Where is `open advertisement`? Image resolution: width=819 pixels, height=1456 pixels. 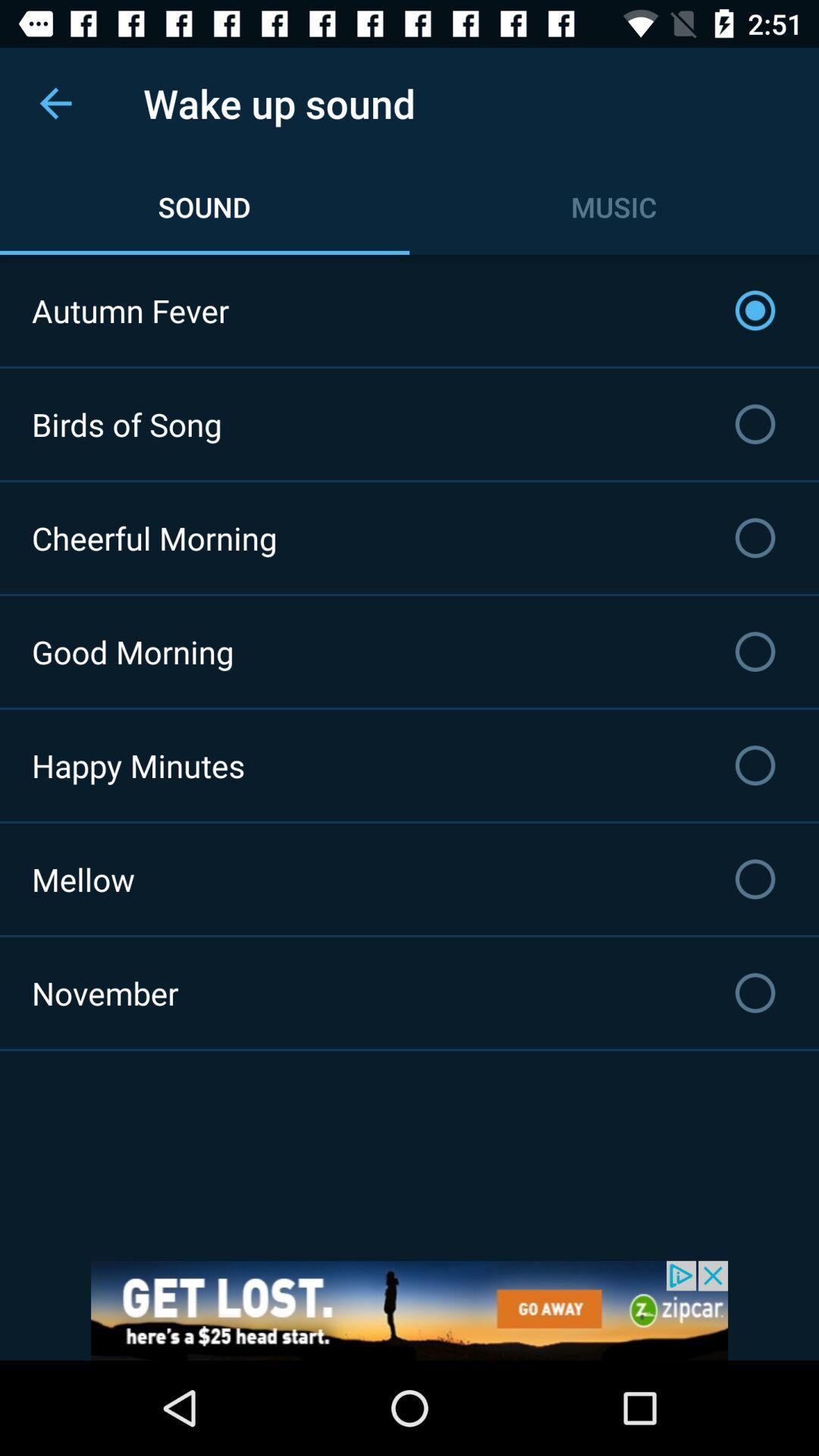
open advertisement is located at coordinates (409, 1310).